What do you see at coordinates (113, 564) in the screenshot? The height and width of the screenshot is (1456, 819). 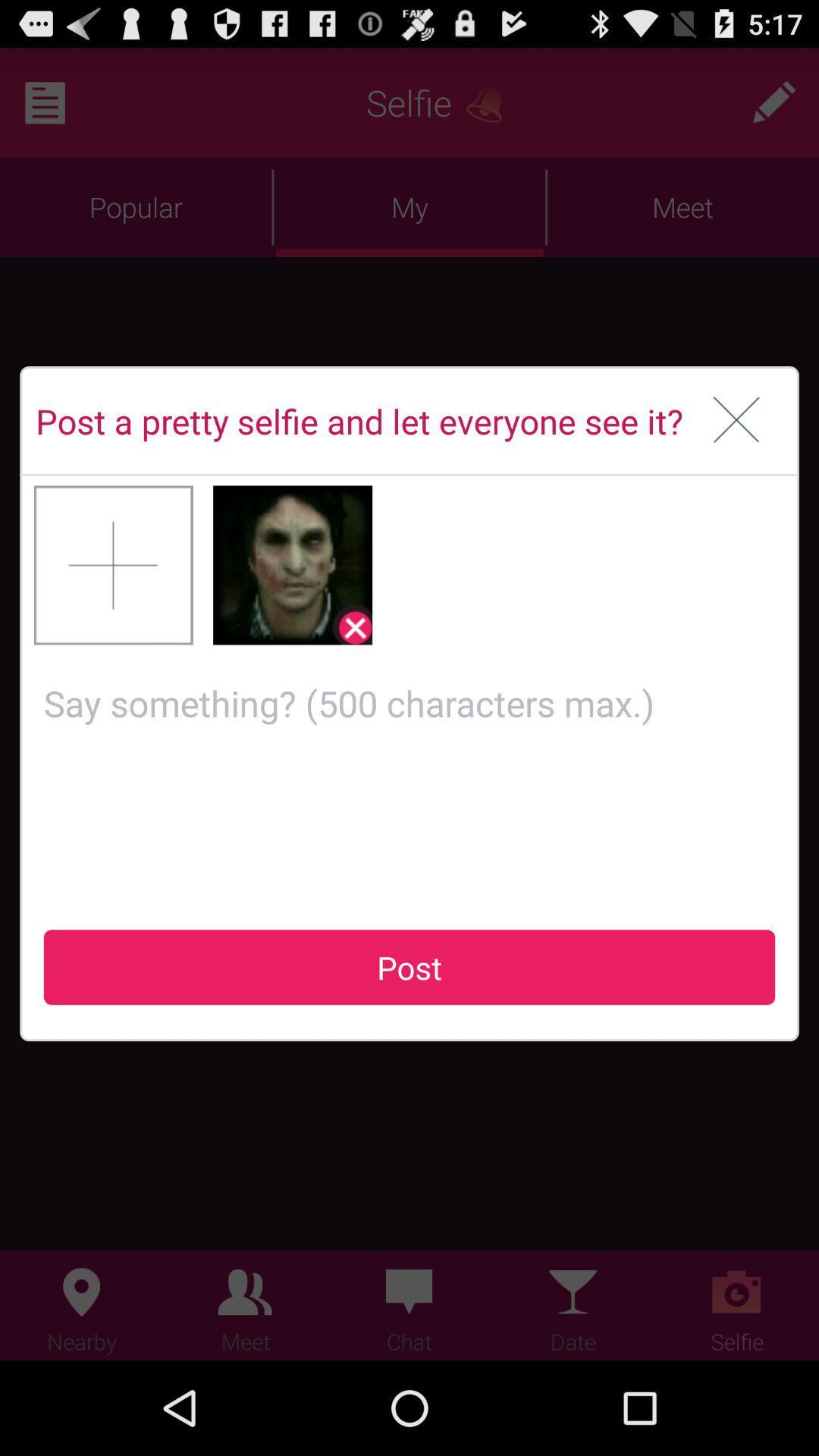 I see `next picture` at bounding box center [113, 564].